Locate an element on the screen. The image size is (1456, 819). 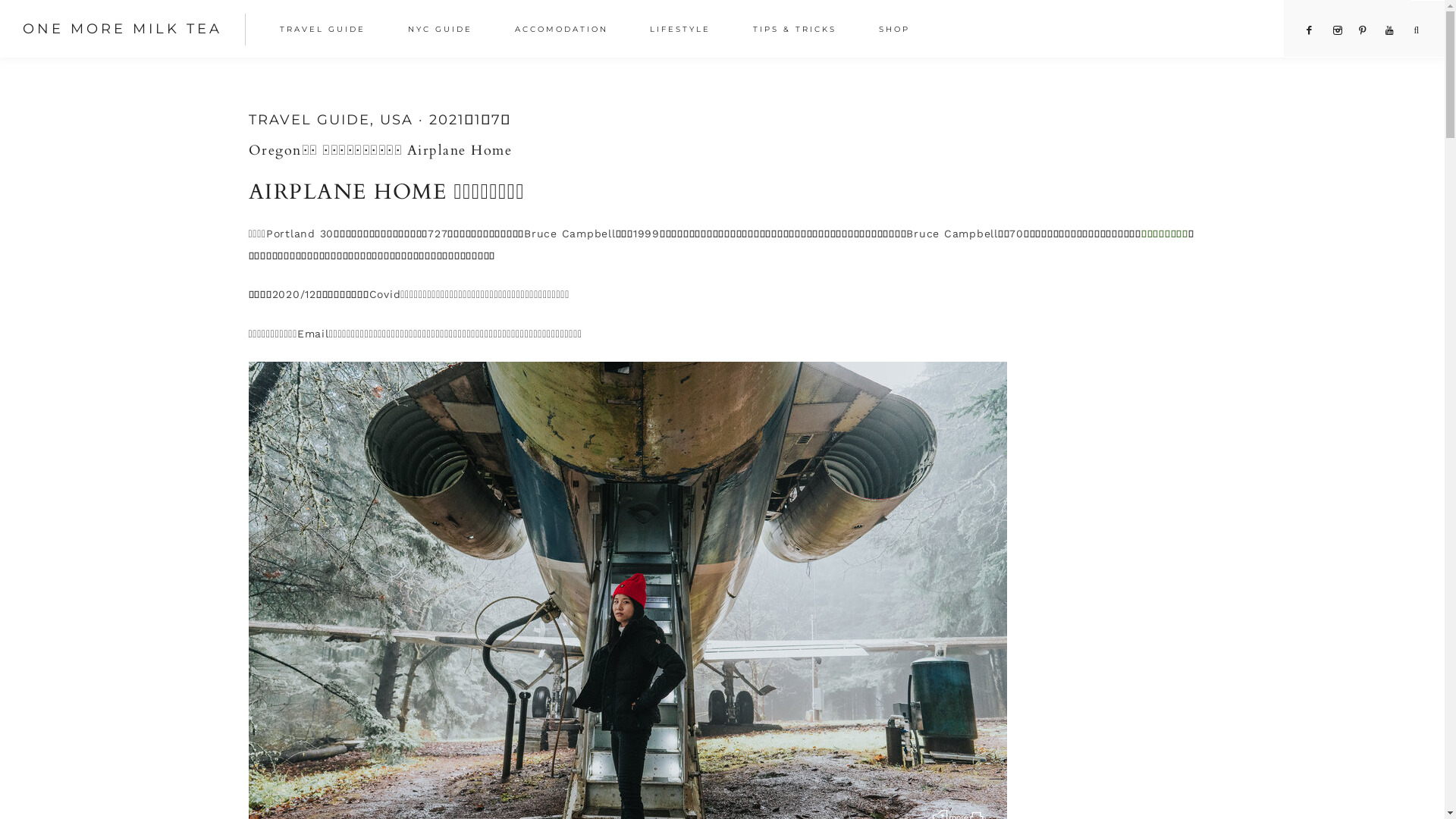
'LIFESTYLE' is located at coordinates (683, 31).